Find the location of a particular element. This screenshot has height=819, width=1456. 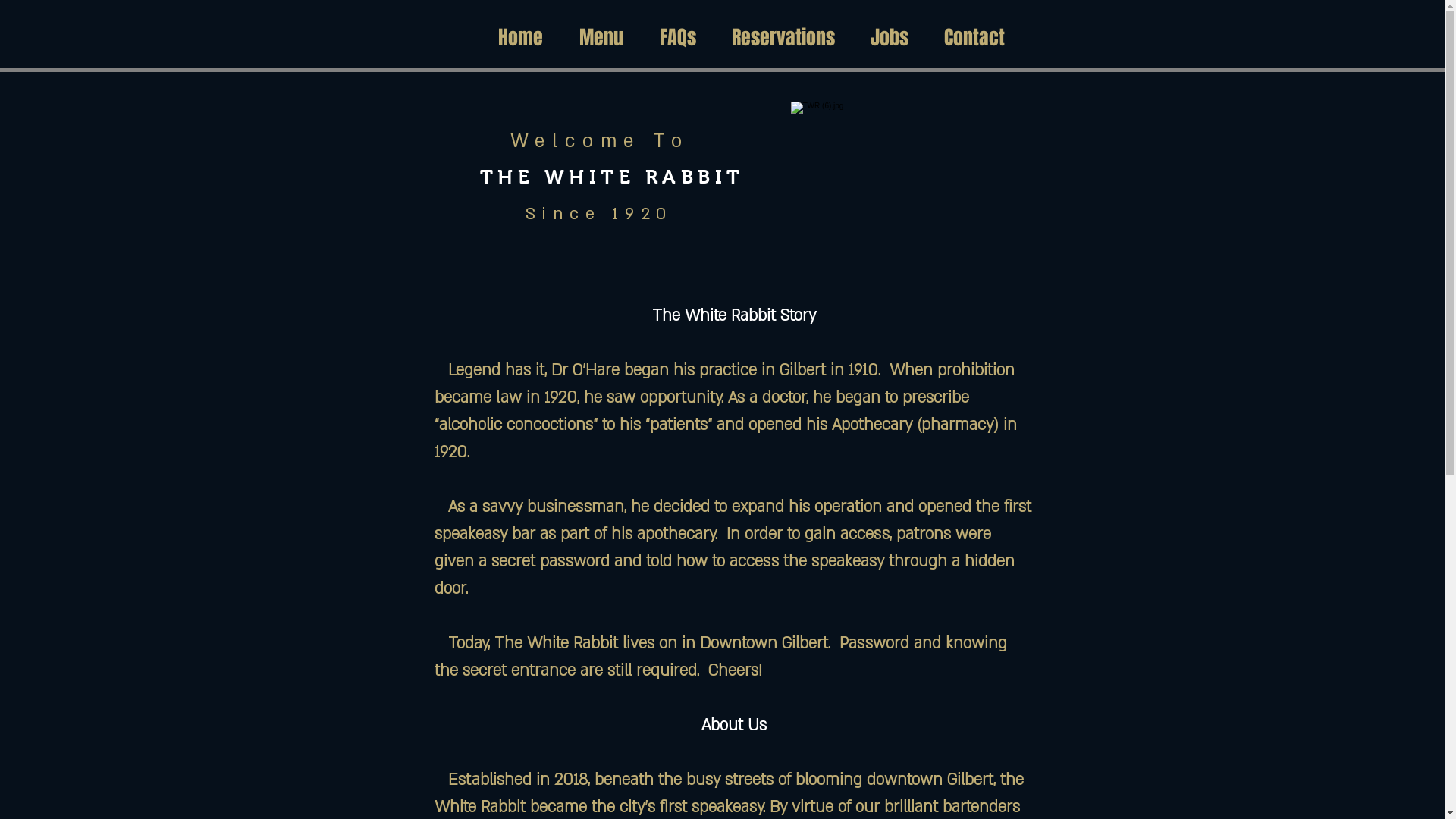

'Since 1920' is located at coordinates (524, 213).